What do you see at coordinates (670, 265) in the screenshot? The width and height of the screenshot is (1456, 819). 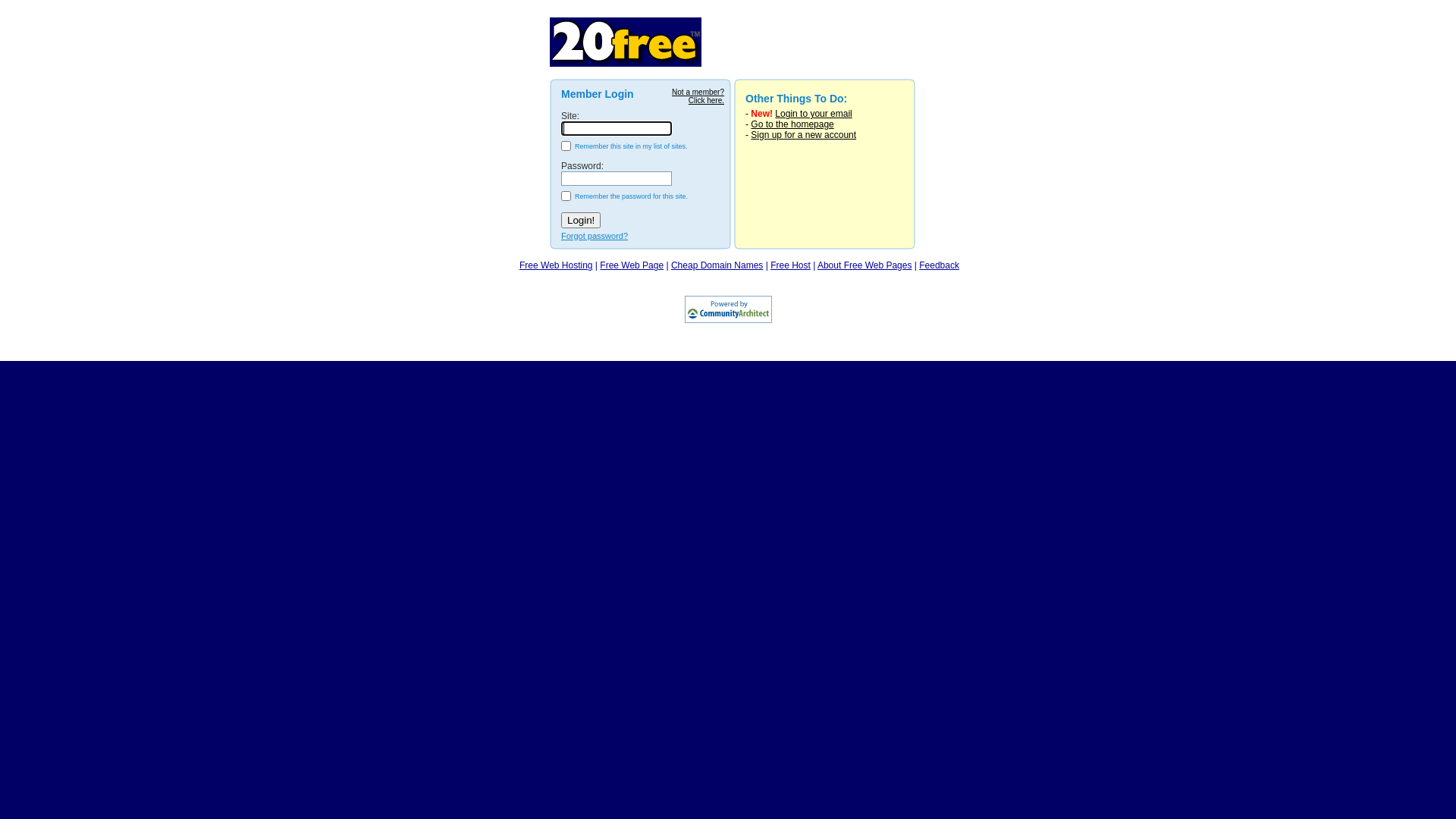 I see `'Cheap Domain Names'` at bounding box center [670, 265].